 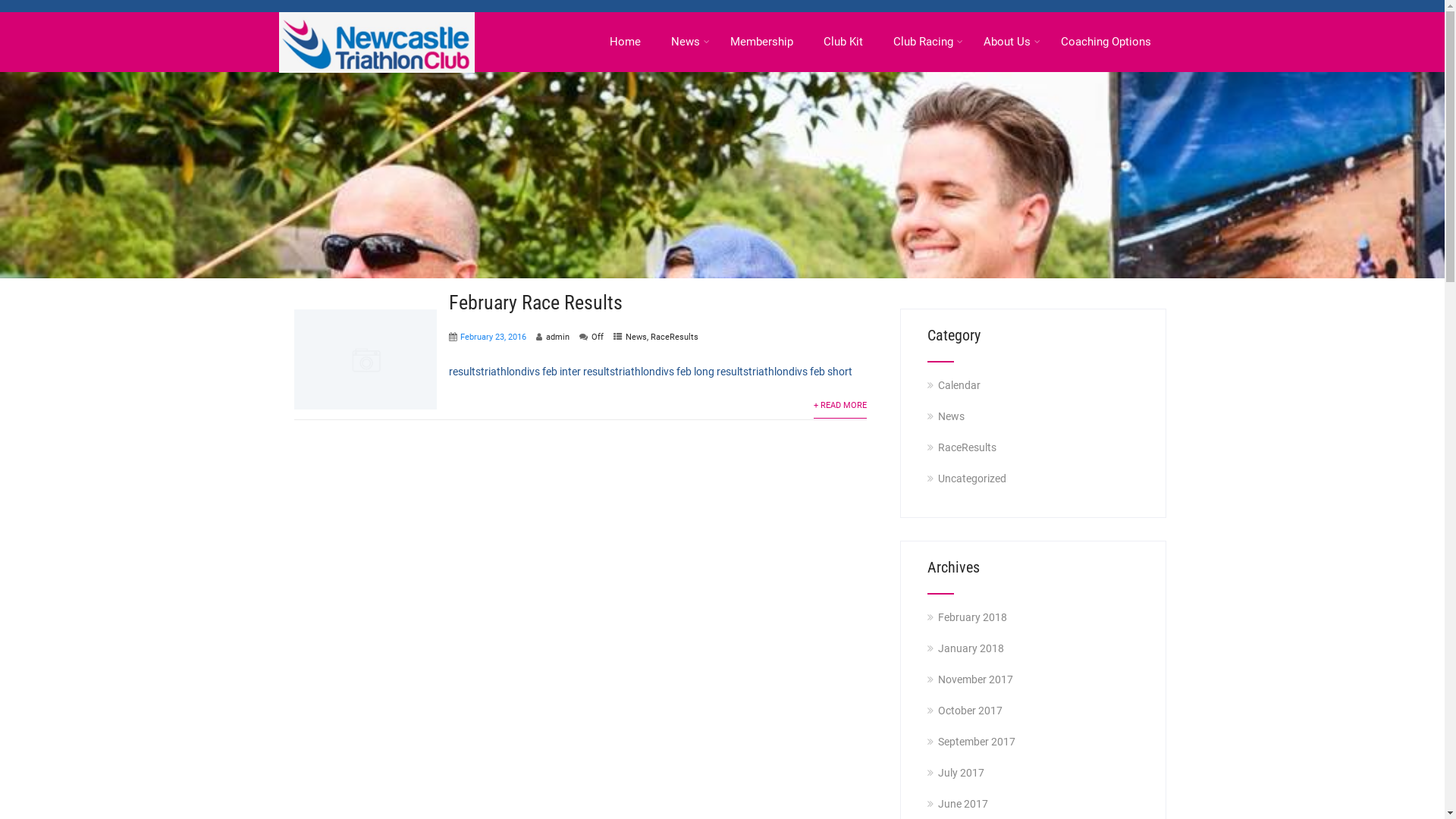 What do you see at coordinates (922, 41) in the screenshot?
I see `'Club Racing'` at bounding box center [922, 41].